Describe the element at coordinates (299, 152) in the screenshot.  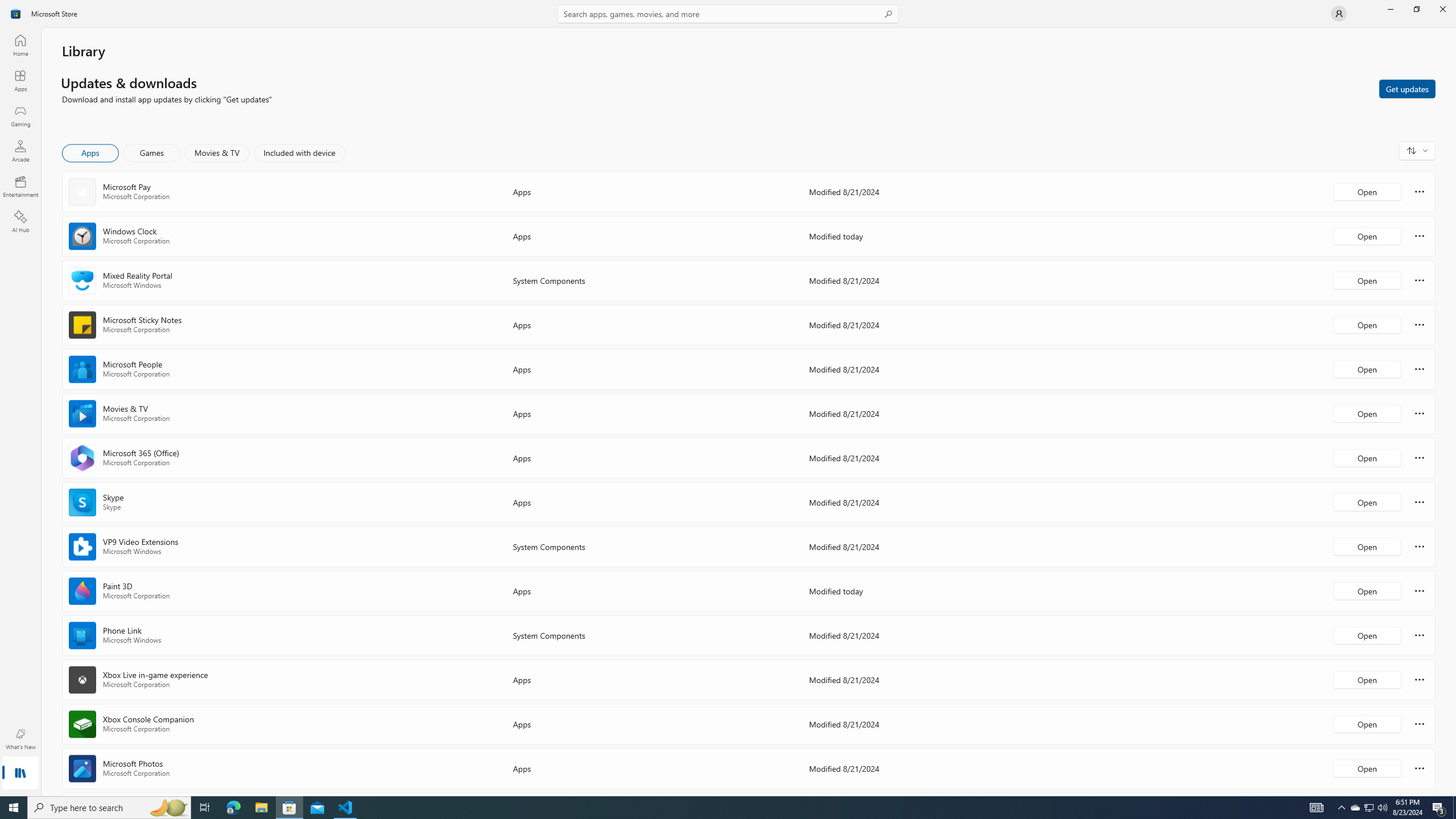
I see `'Included with device'` at that location.